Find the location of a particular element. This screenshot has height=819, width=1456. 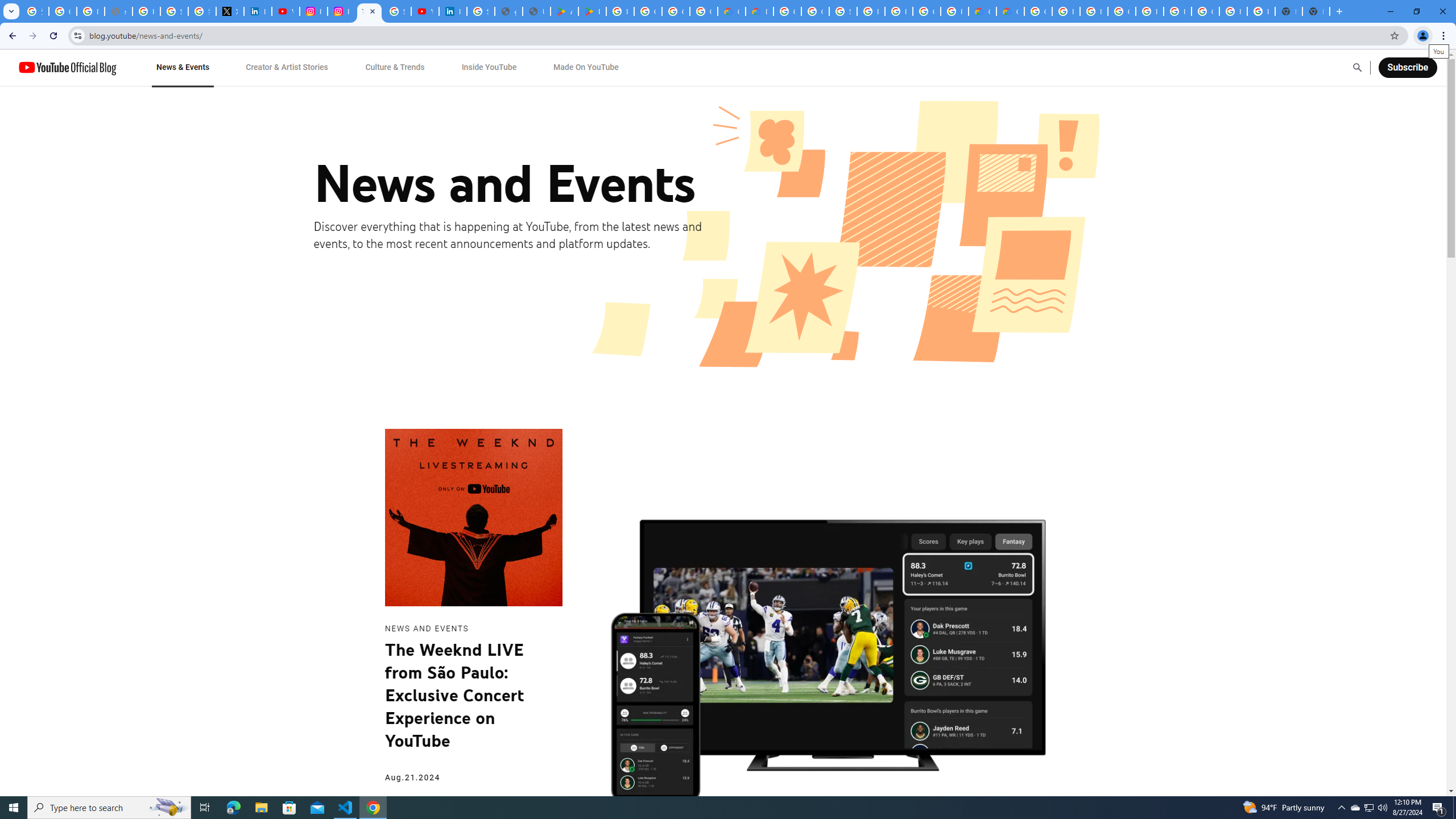

'Made On YouTube' is located at coordinates (586, 67).